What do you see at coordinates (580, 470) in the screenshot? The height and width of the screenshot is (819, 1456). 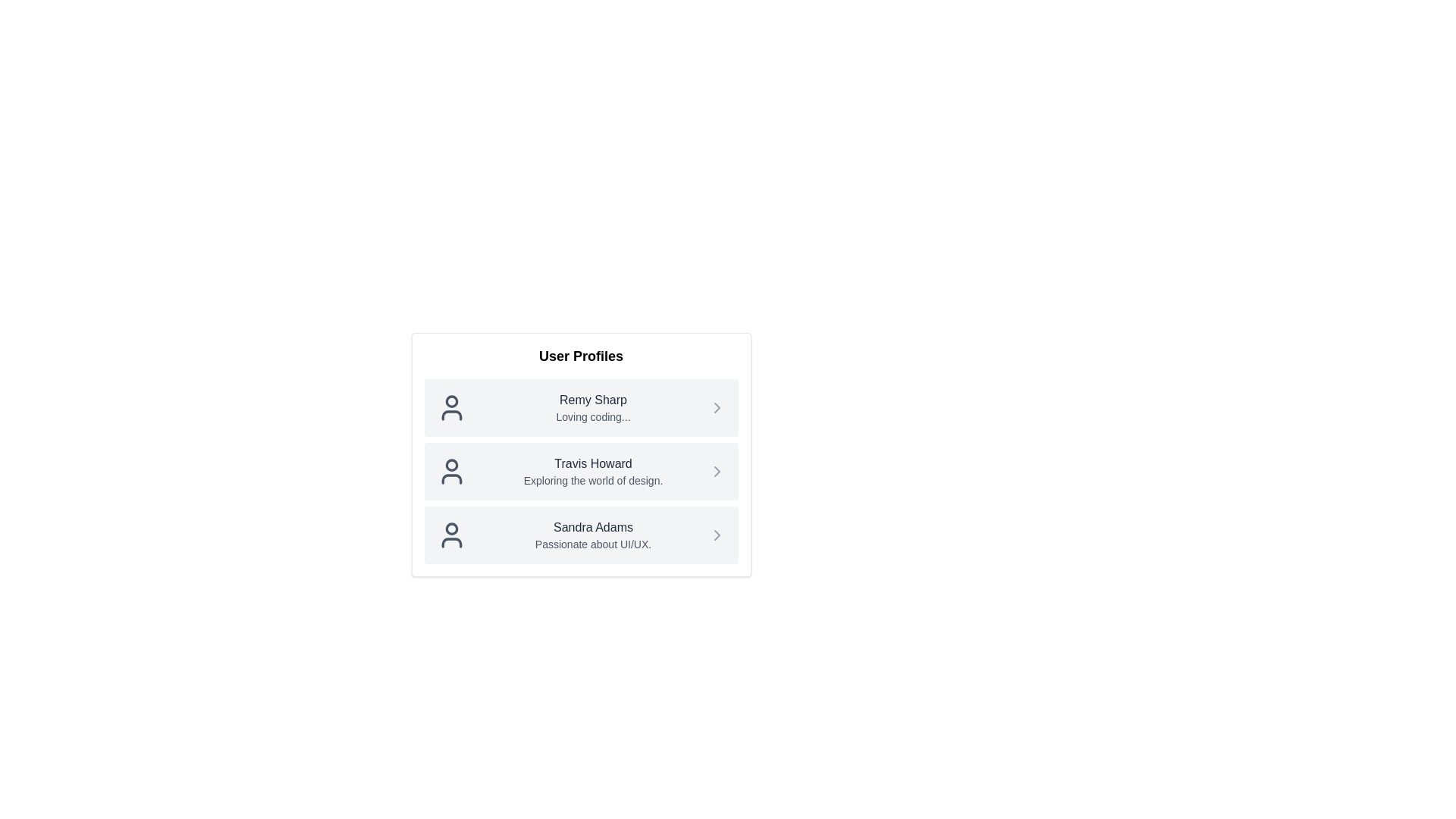 I see `the user profile summary list item, which provides a quick overview of the user's name and interests, located centrally in the 'User Profiles' section as the second block in the list` at bounding box center [580, 470].